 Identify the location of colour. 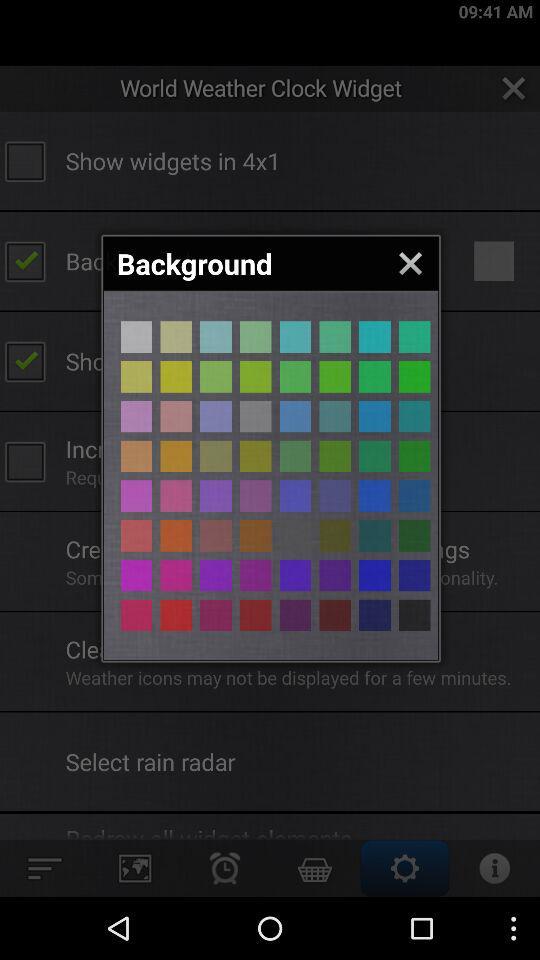
(176, 614).